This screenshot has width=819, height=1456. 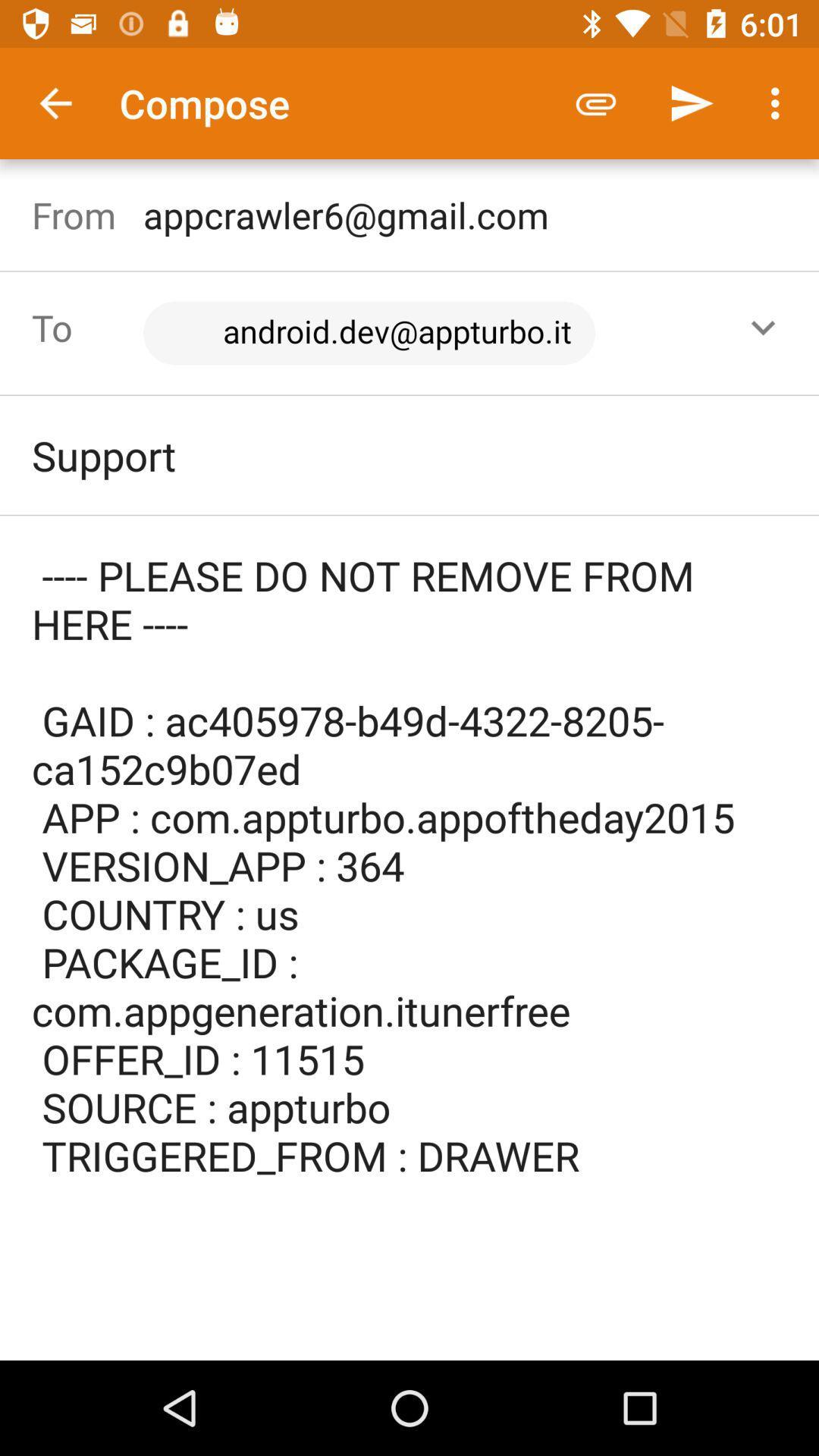 What do you see at coordinates (409, 889) in the screenshot?
I see `the please do not item` at bounding box center [409, 889].